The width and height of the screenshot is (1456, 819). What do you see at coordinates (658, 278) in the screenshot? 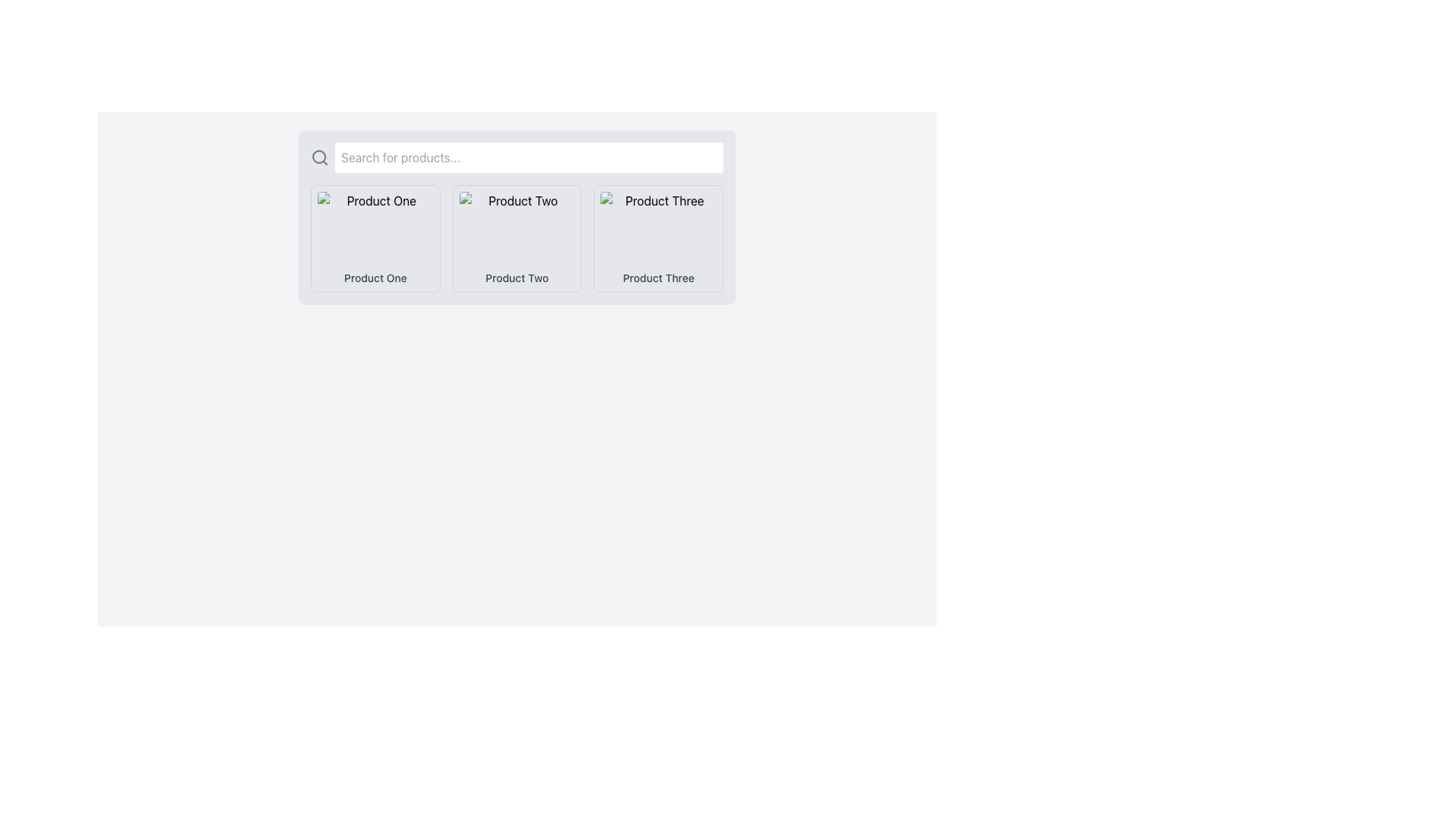
I see `the text label for 'Product Three', which is located below its corresponding image in the third product card of the grid` at bounding box center [658, 278].